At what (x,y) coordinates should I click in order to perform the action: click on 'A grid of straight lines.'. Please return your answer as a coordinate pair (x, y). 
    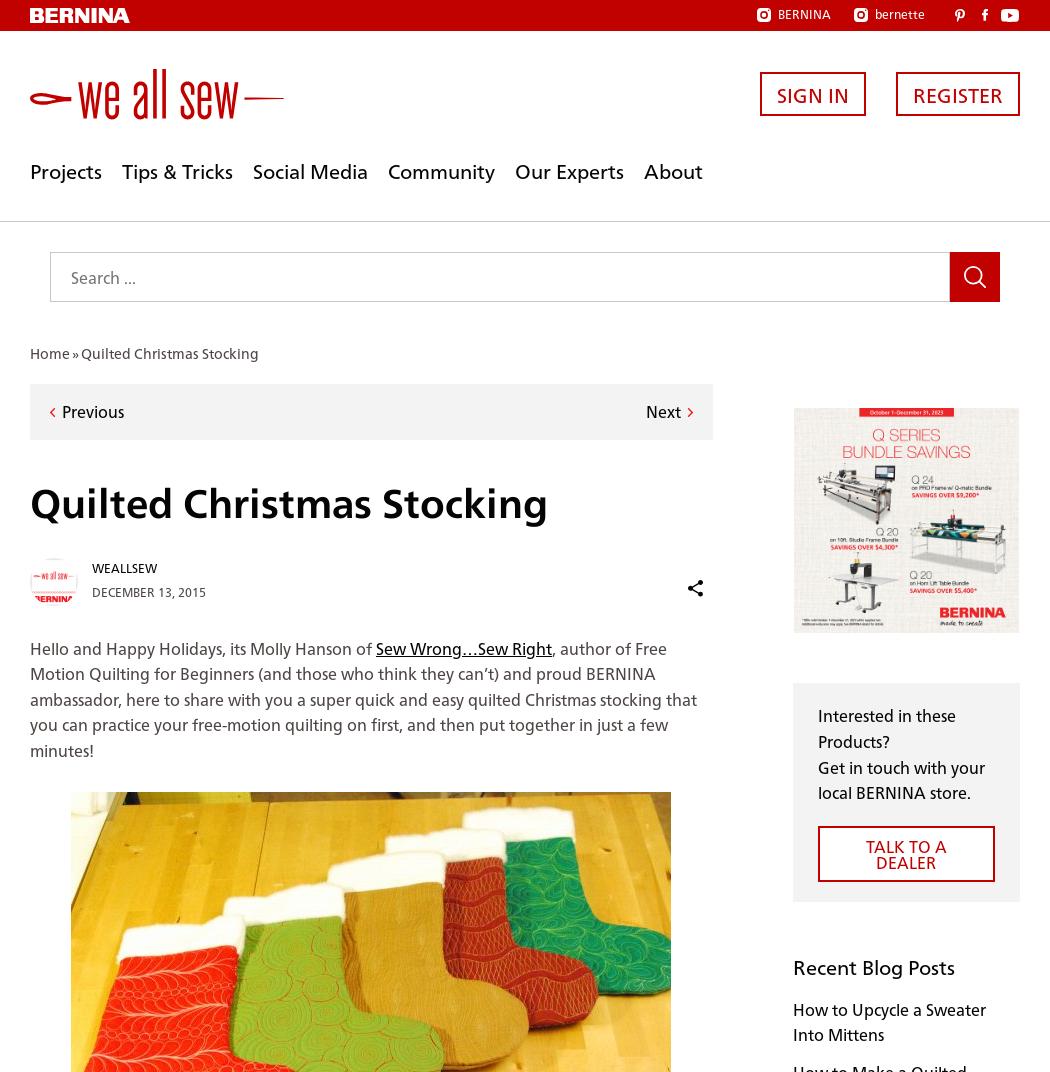
    Looking at the image, I should click on (30, 1059).